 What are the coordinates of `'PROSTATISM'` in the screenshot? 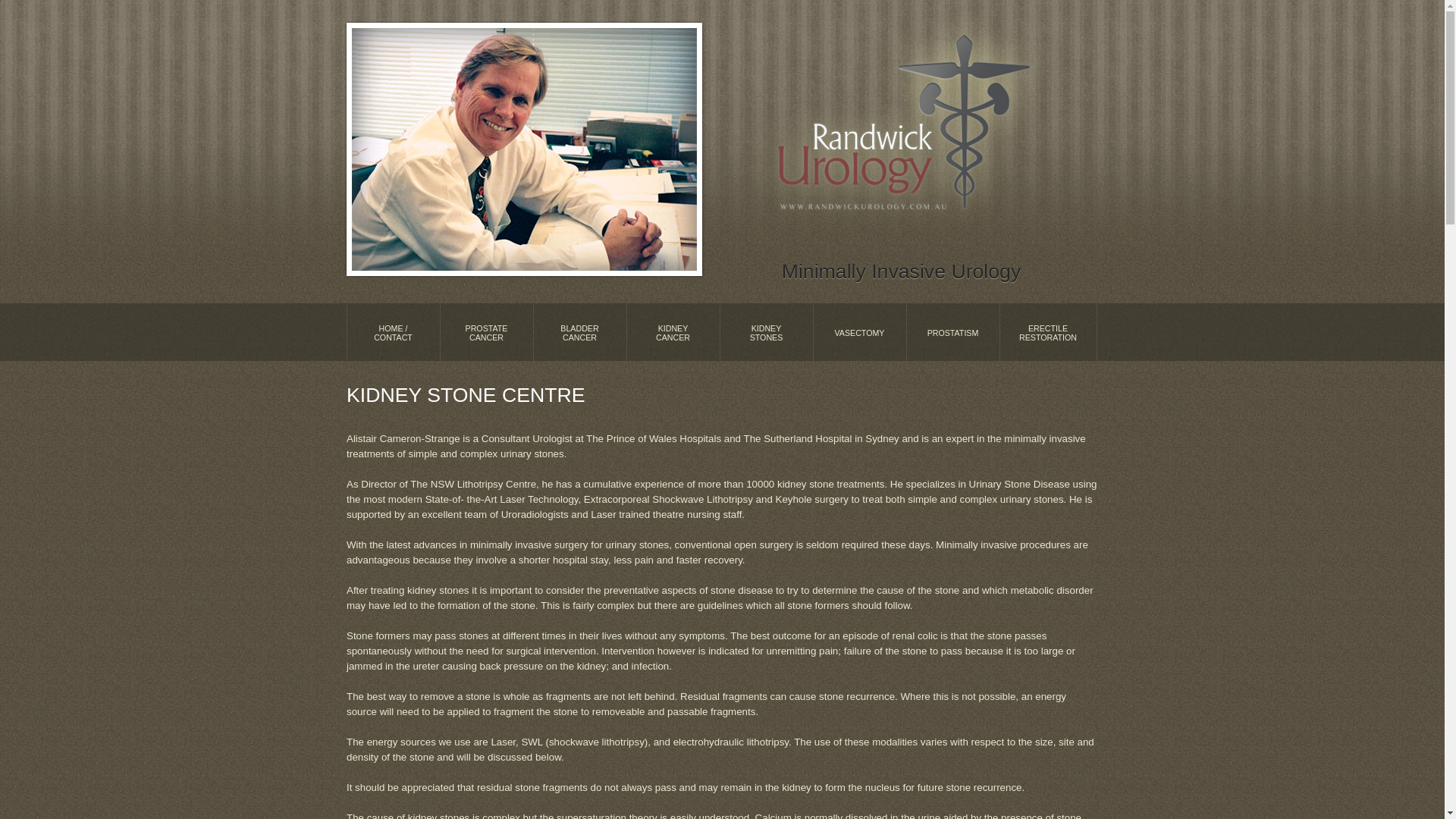 It's located at (952, 331).